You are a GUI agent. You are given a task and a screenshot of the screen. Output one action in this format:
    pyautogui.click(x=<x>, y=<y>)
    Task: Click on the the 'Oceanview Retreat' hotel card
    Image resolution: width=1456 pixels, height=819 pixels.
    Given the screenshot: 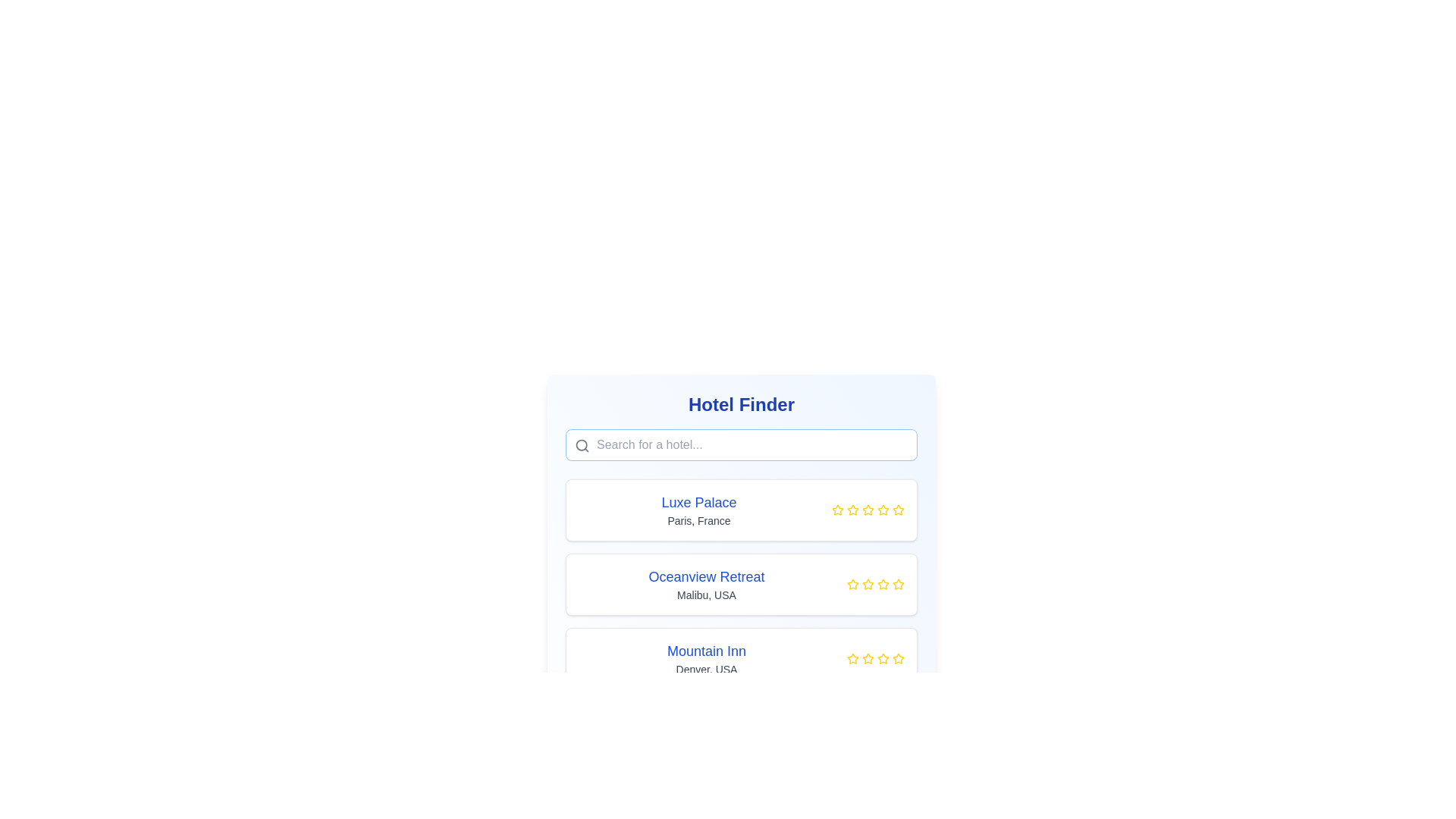 What is the action you would take?
    pyautogui.click(x=742, y=584)
    